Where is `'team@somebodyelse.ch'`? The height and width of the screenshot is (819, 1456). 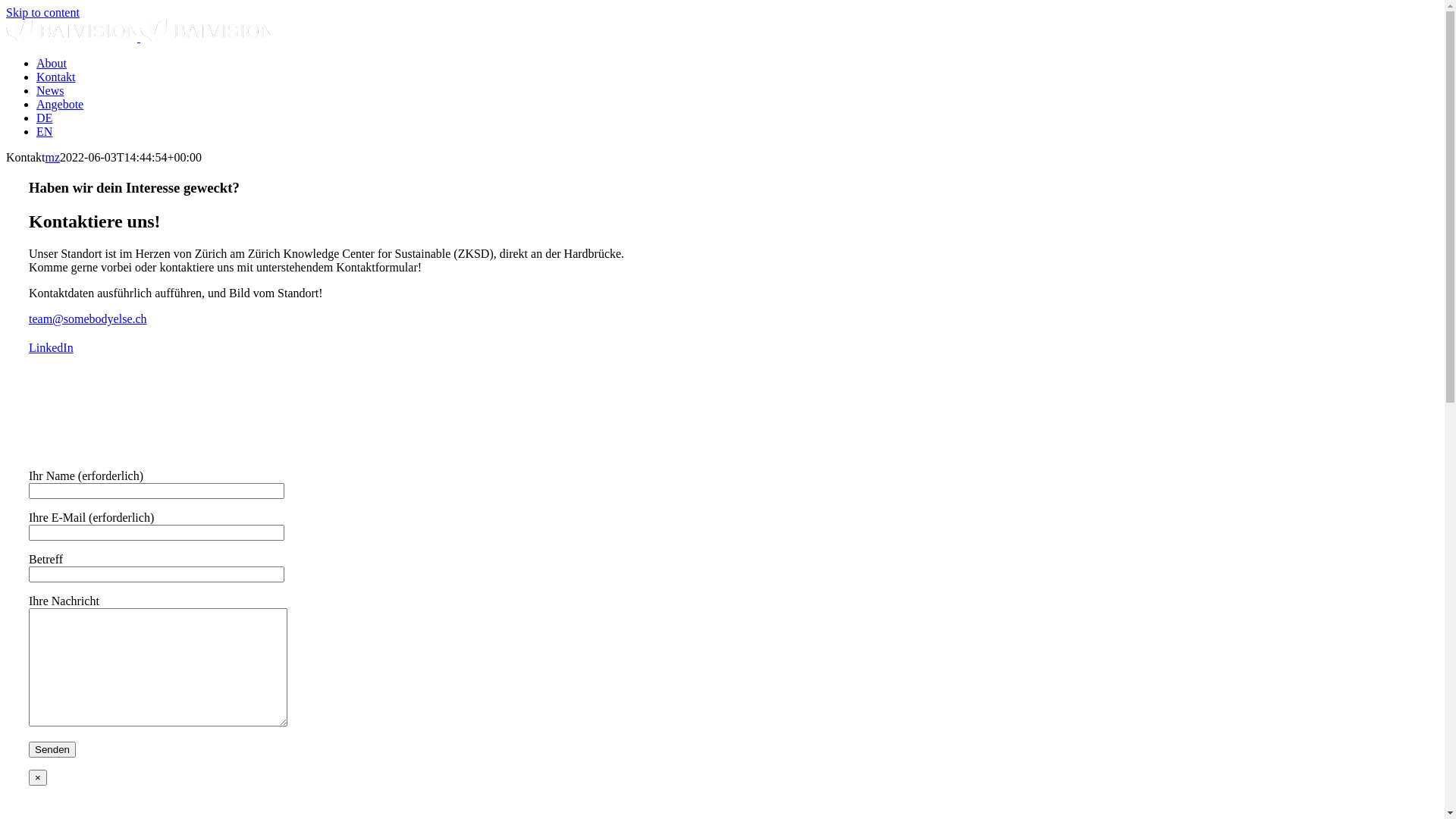 'team@somebodyelse.ch' is located at coordinates (86, 318).